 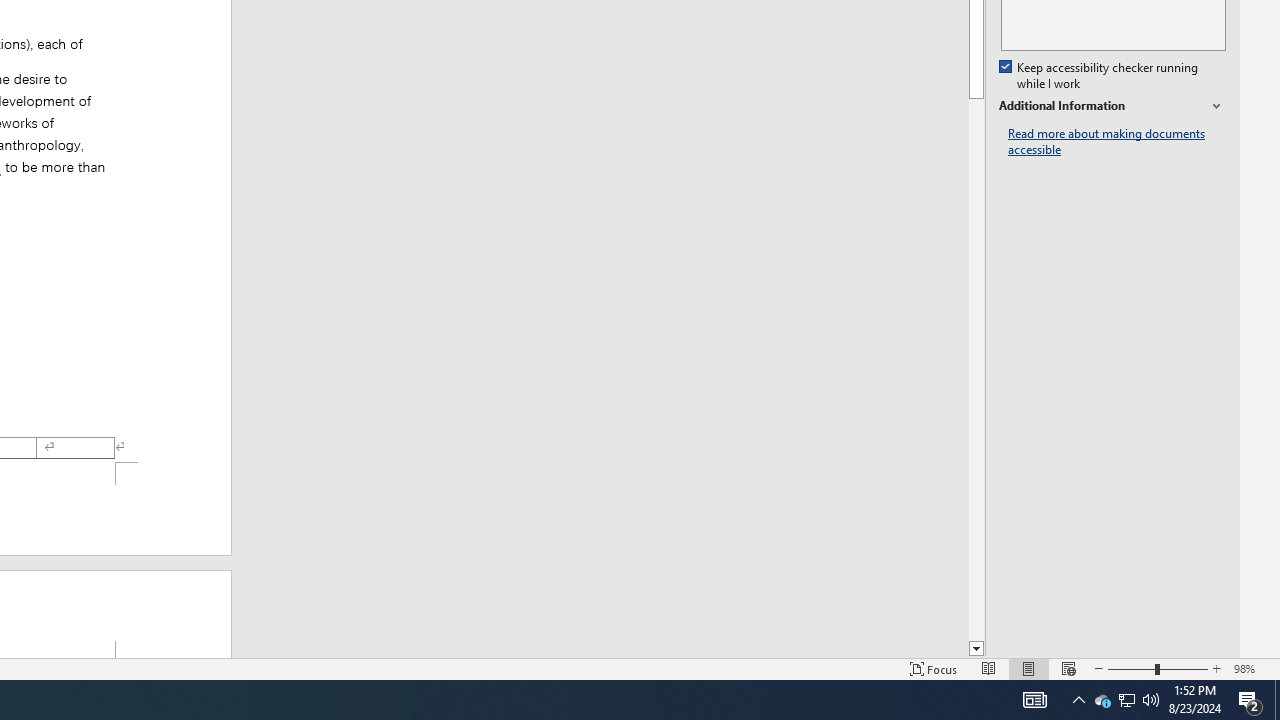 What do you see at coordinates (1216, 669) in the screenshot?
I see `'Zoom In'` at bounding box center [1216, 669].